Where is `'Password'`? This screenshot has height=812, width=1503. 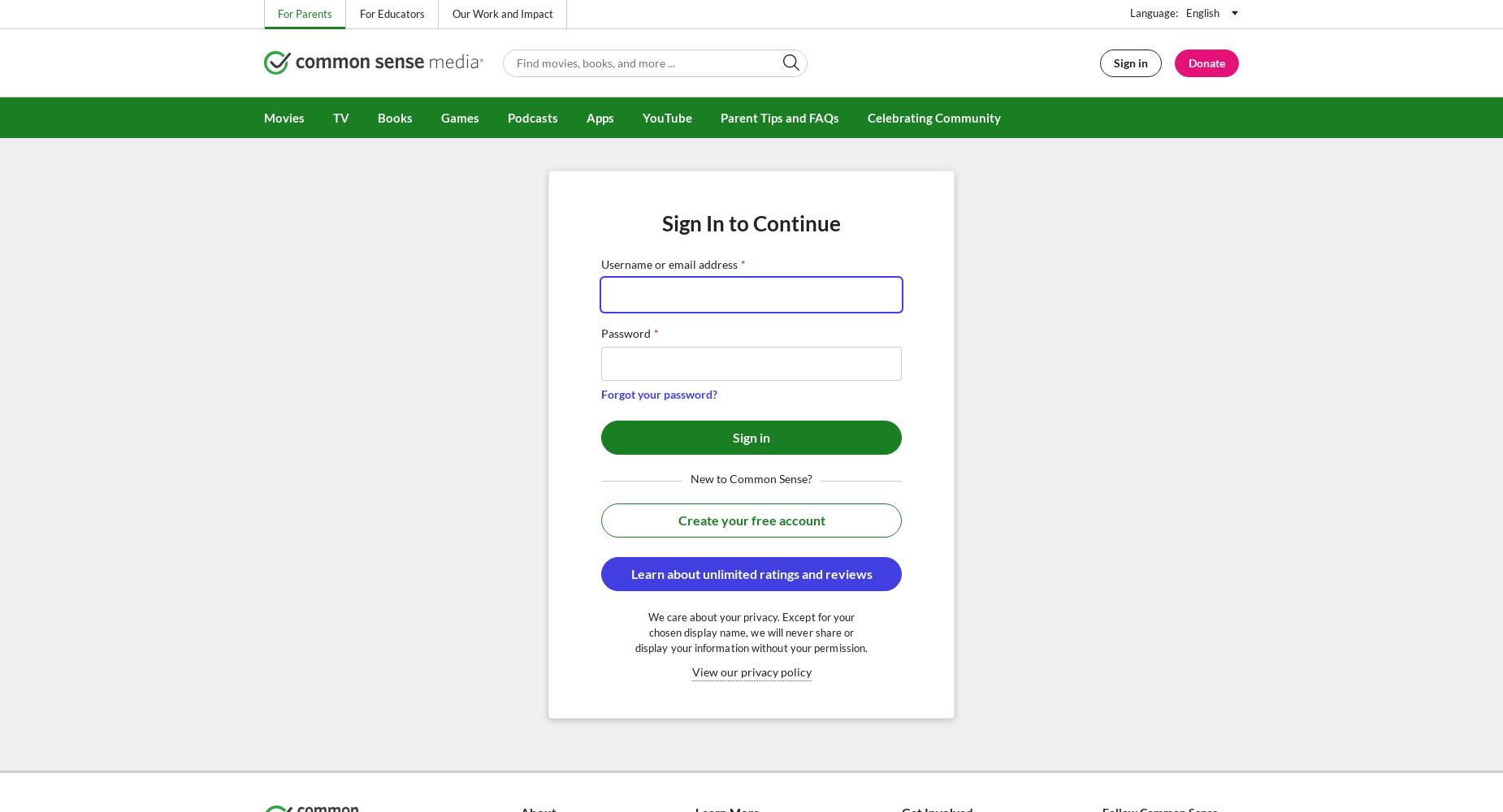
'Password' is located at coordinates (601, 333).